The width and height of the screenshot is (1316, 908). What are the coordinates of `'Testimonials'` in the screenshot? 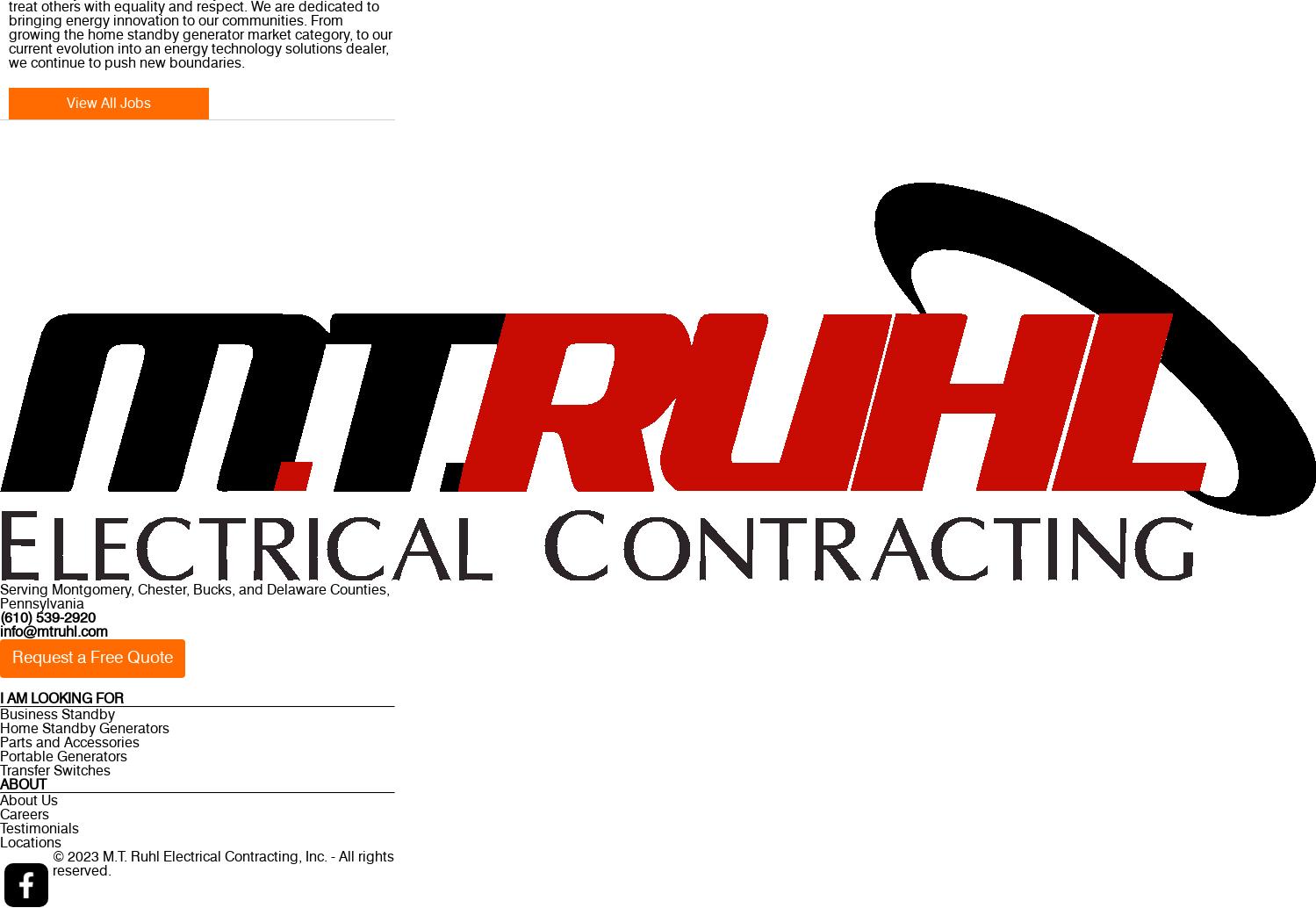 It's located at (0, 828).